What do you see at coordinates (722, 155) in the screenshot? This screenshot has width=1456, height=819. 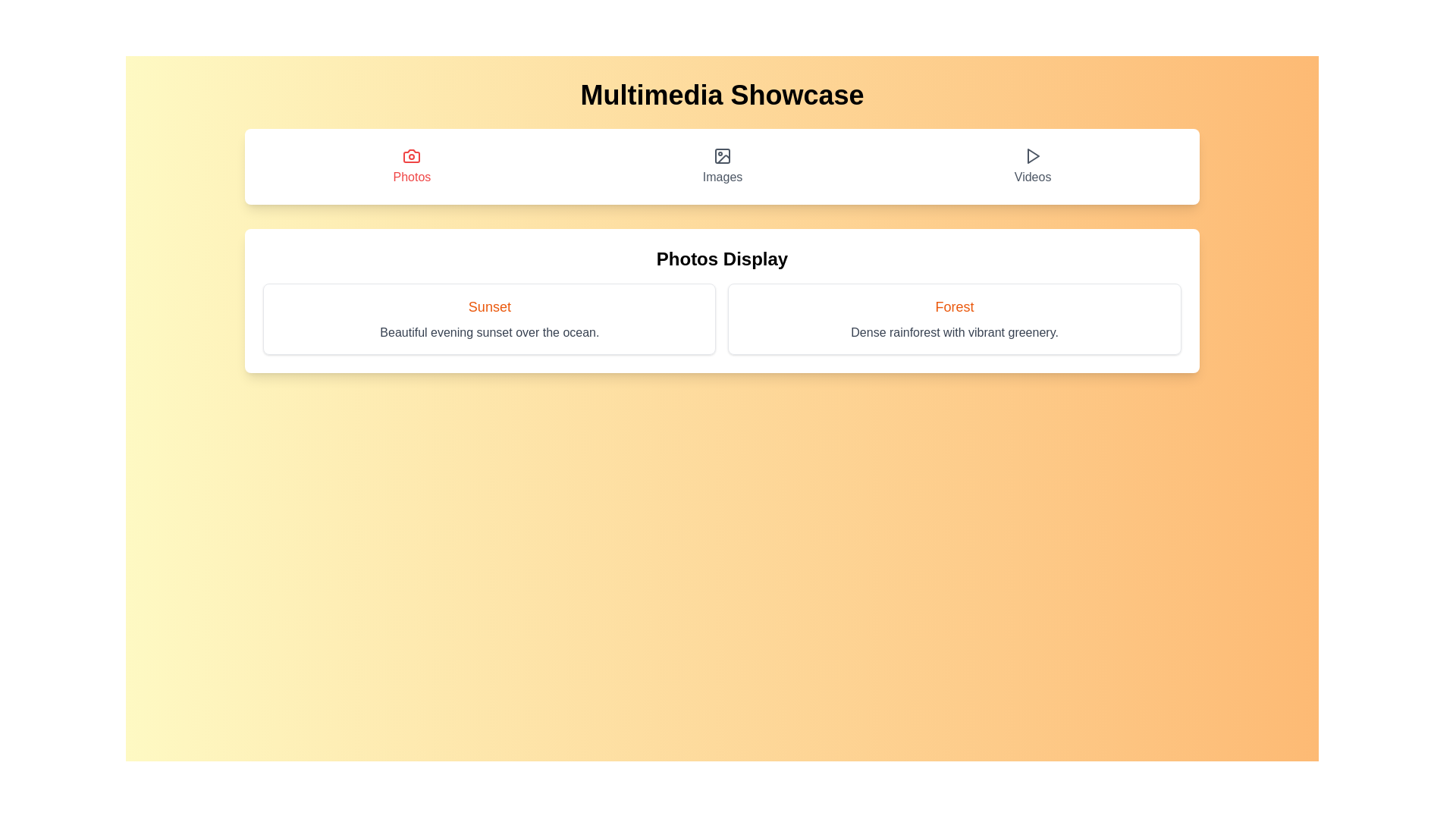 I see `SVG Rectangle element that serves as a decorative component of the 'Images' icon in the navigation bar by clicking on its center point` at bounding box center [722, 155].